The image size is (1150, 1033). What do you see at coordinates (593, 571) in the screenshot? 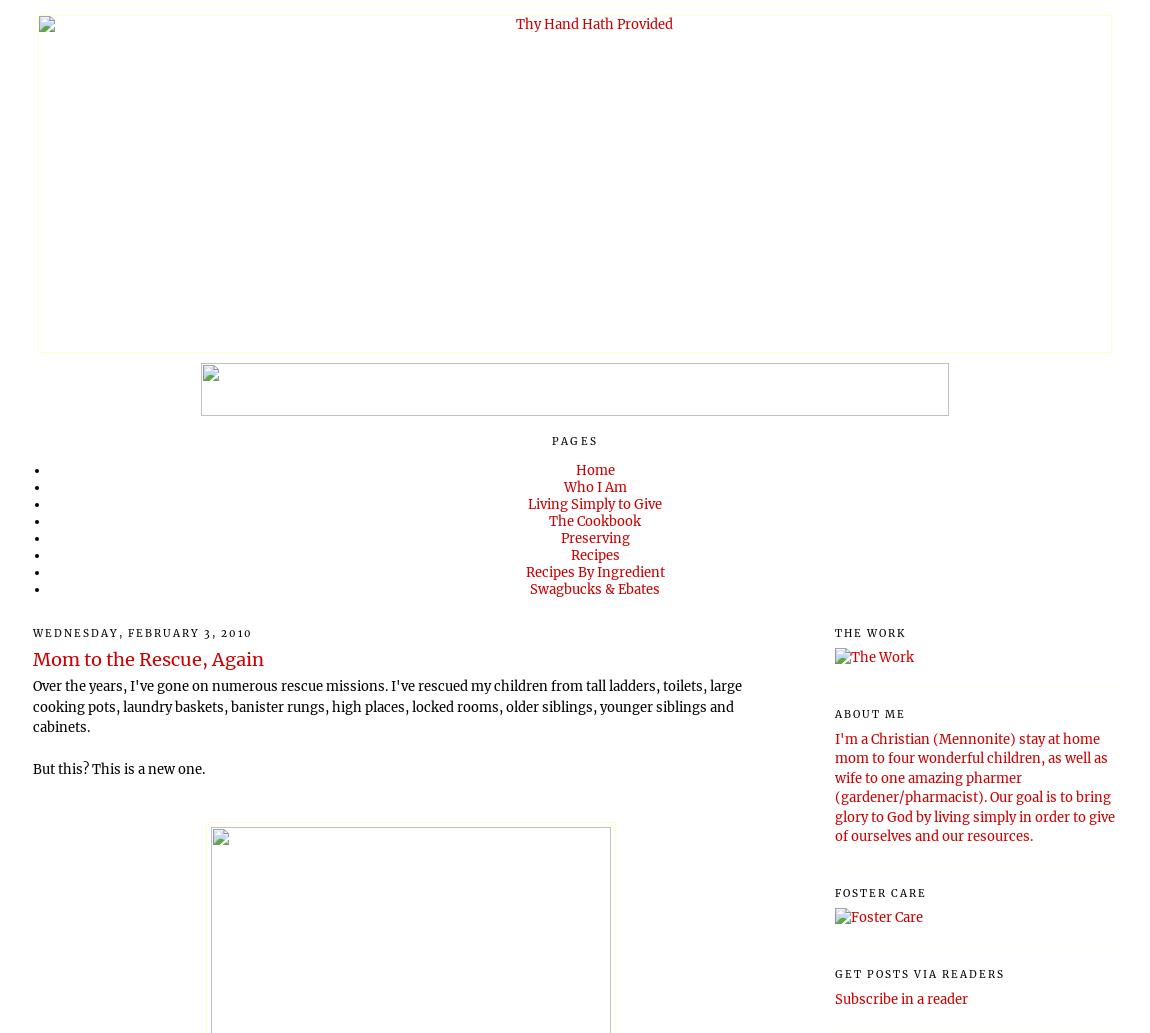
I see `'Recipes By Ingredient'` at bounding box center [593, 571].